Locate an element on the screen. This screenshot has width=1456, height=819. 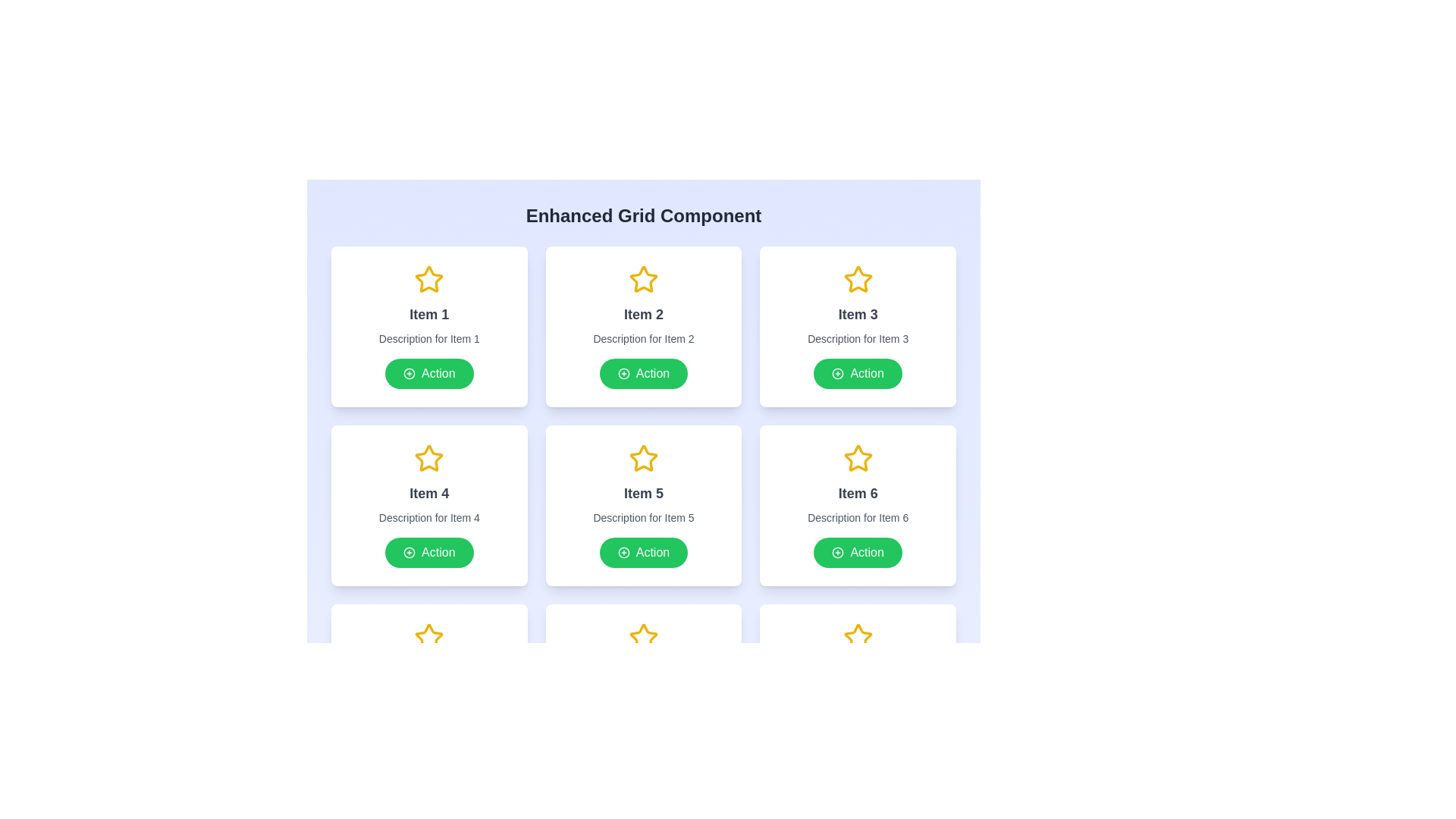
the text label providing a description for 'Item 5' located in the third column of the second row of the grid layout, positioned between the title 'Item 5' and the green action button labeled 'Action' is located at coordinates (644, 516).